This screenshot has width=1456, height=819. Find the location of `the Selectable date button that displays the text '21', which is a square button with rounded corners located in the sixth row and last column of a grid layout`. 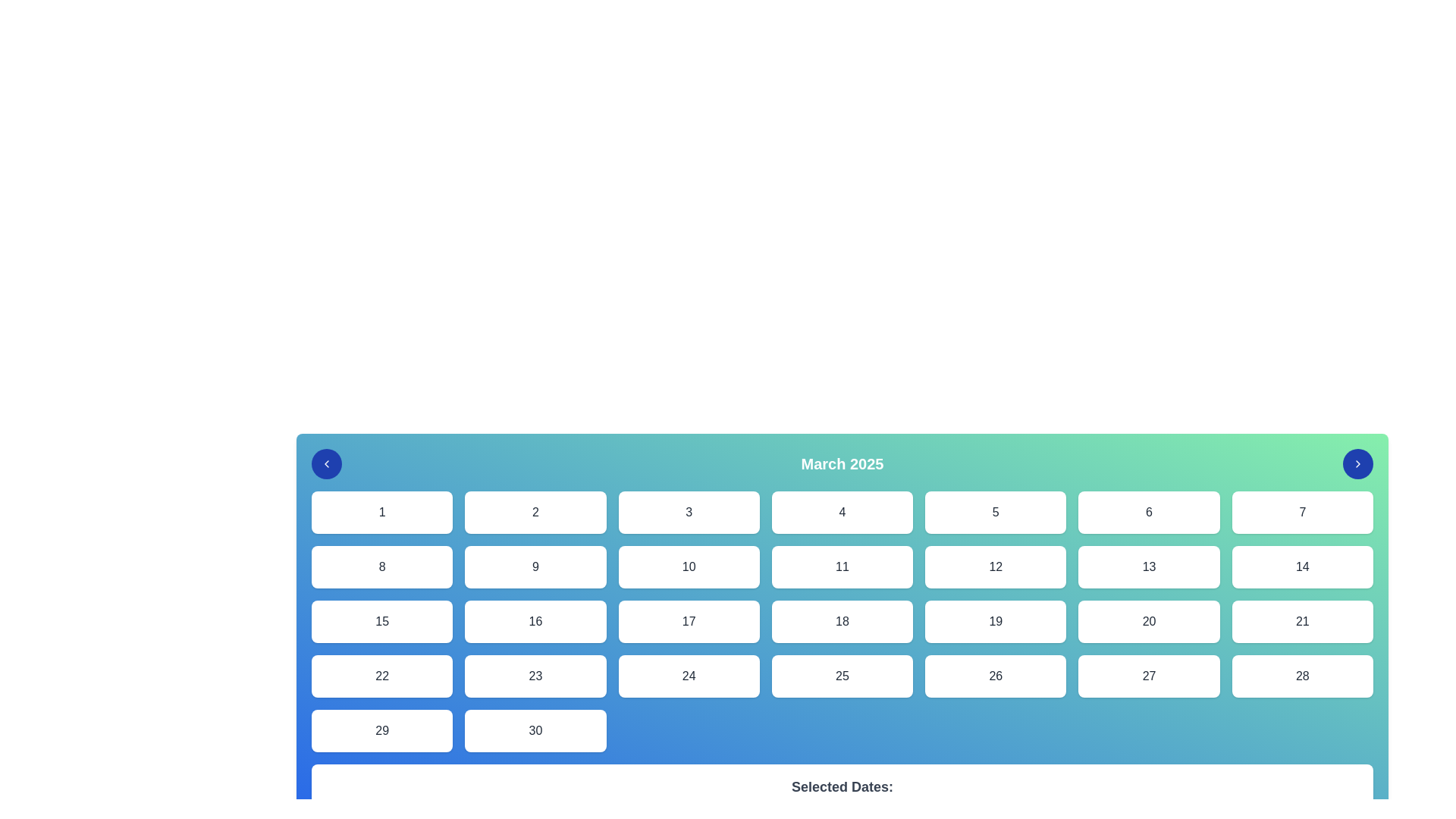

the Selectable date button that displays the text '21', which is a square button with rounded corners located in the sixth row and last column of a grid layout is located at coordinates (1301, 622).